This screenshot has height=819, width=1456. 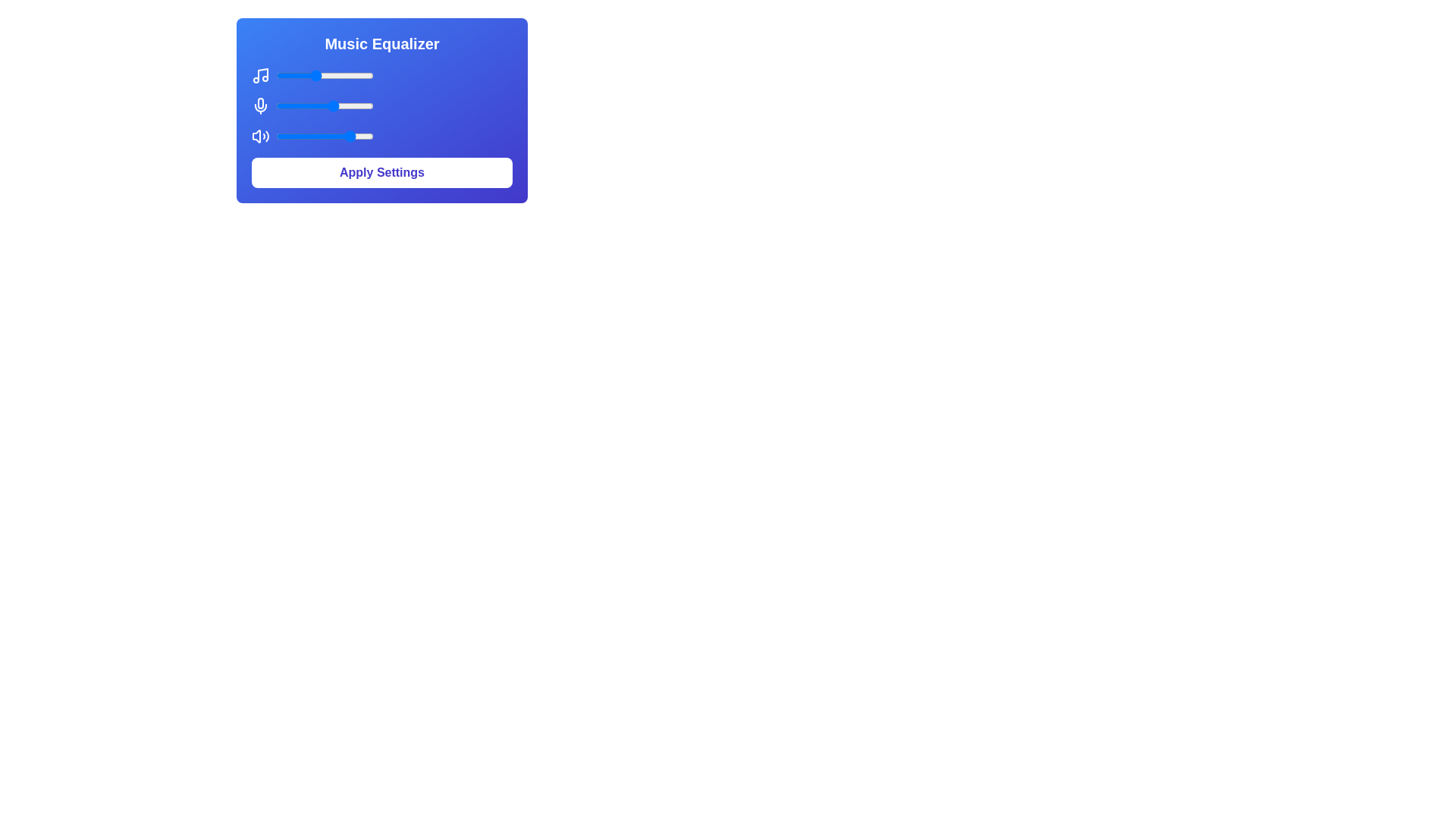 What do you see at coordinates (281, 136) in the screenshot?
I see `the slider value` at bounding box center [281, 136].